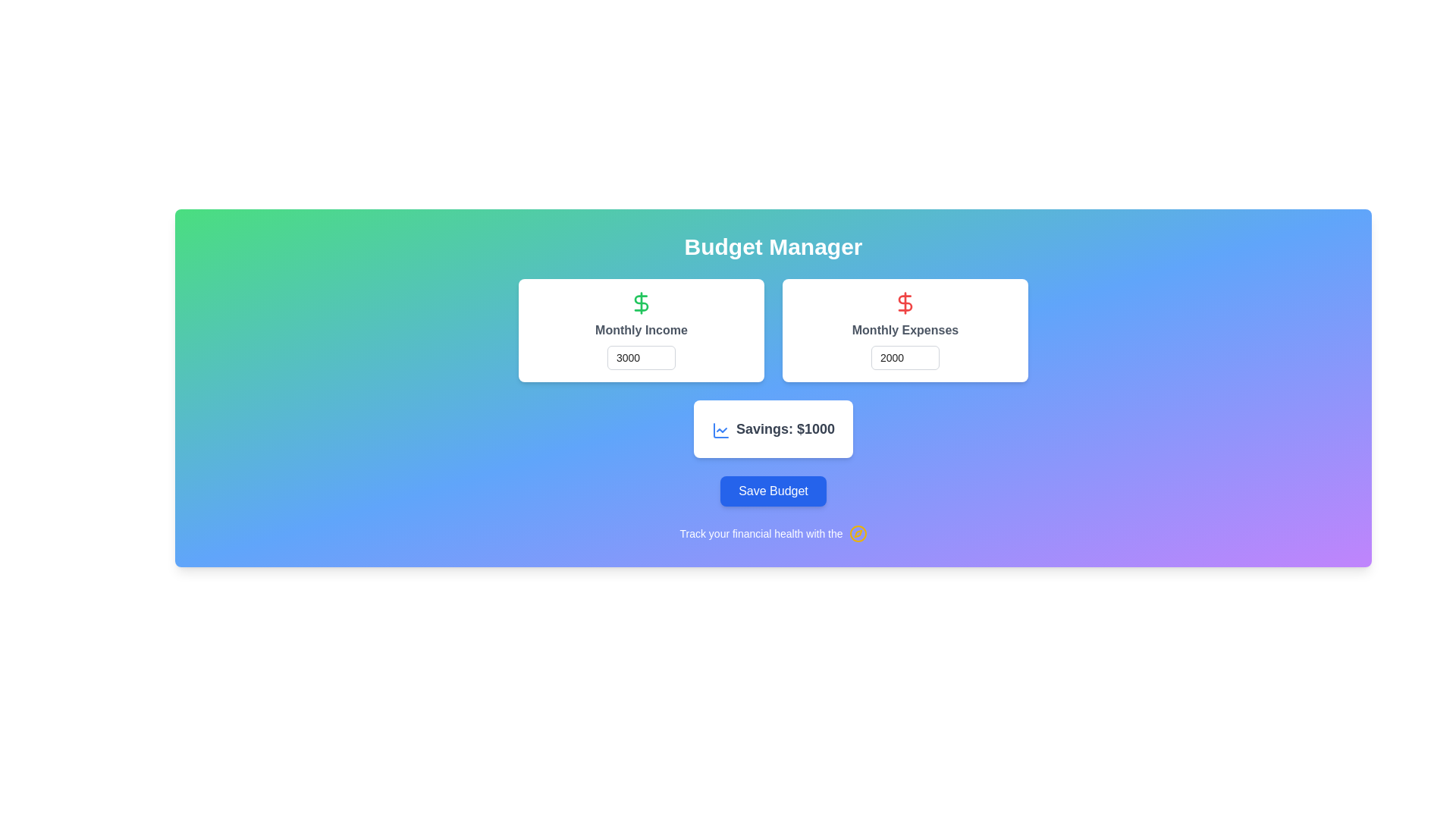 The width and height of the screenshot is (1456, 819). I want to click on the blue line chart icon located to the left of the text 'Savings: $1000' within the white rectangular card, so click(720, 430).